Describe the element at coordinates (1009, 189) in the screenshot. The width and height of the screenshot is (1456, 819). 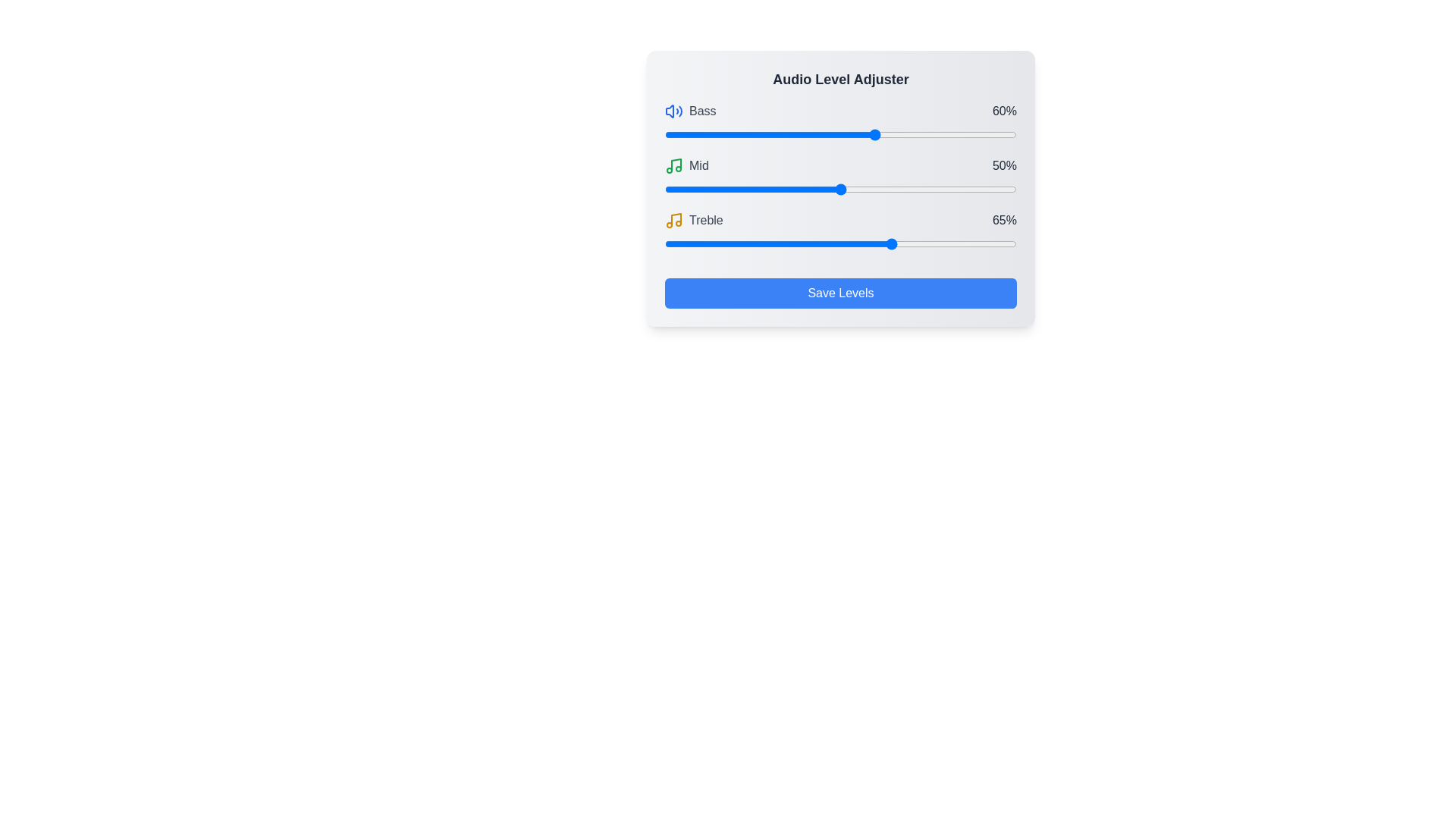
I see `the 'Mid' audio level` at that location.